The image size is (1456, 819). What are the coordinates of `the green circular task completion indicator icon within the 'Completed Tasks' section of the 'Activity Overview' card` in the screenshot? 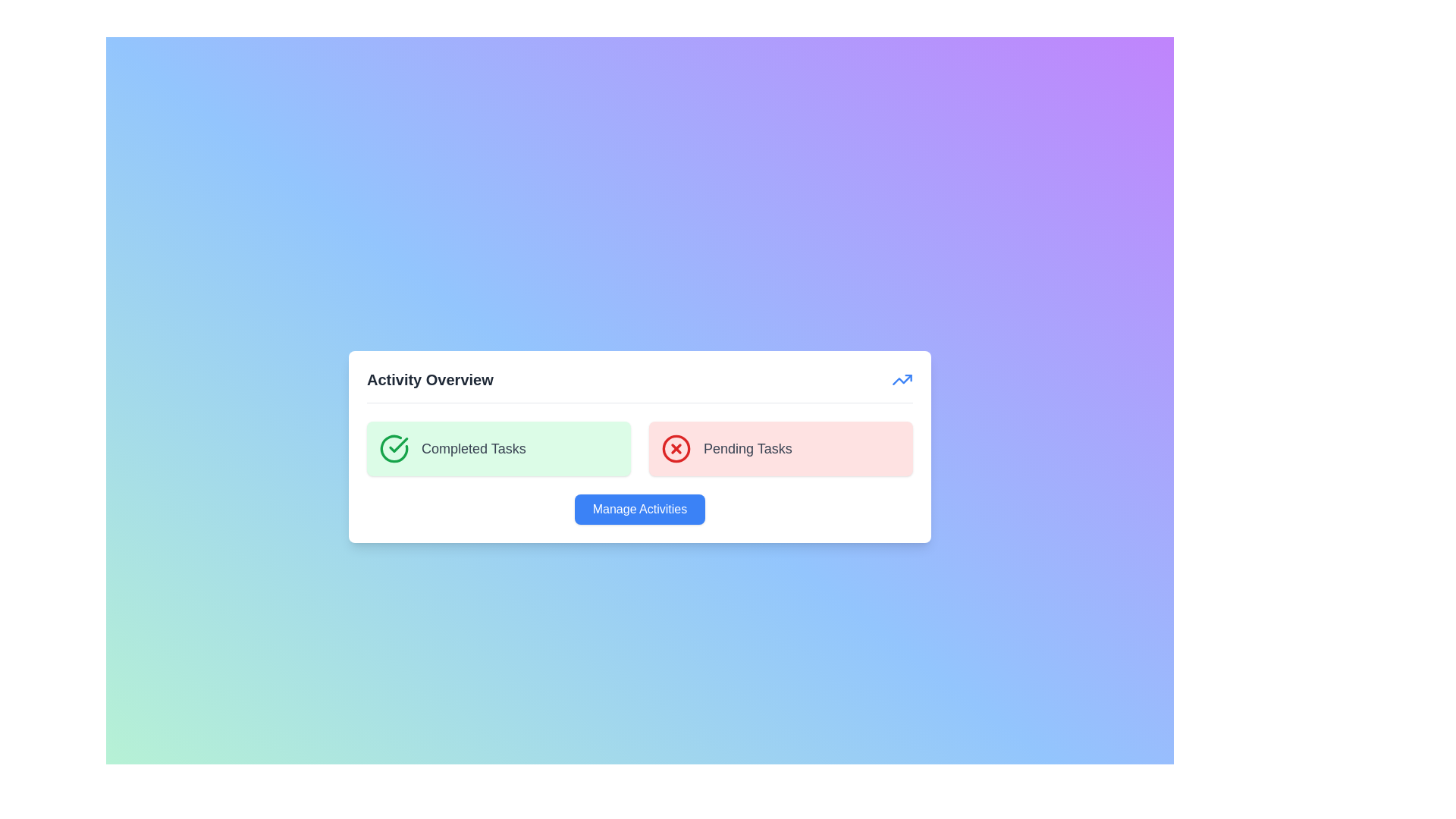 It's located at (394, 447).